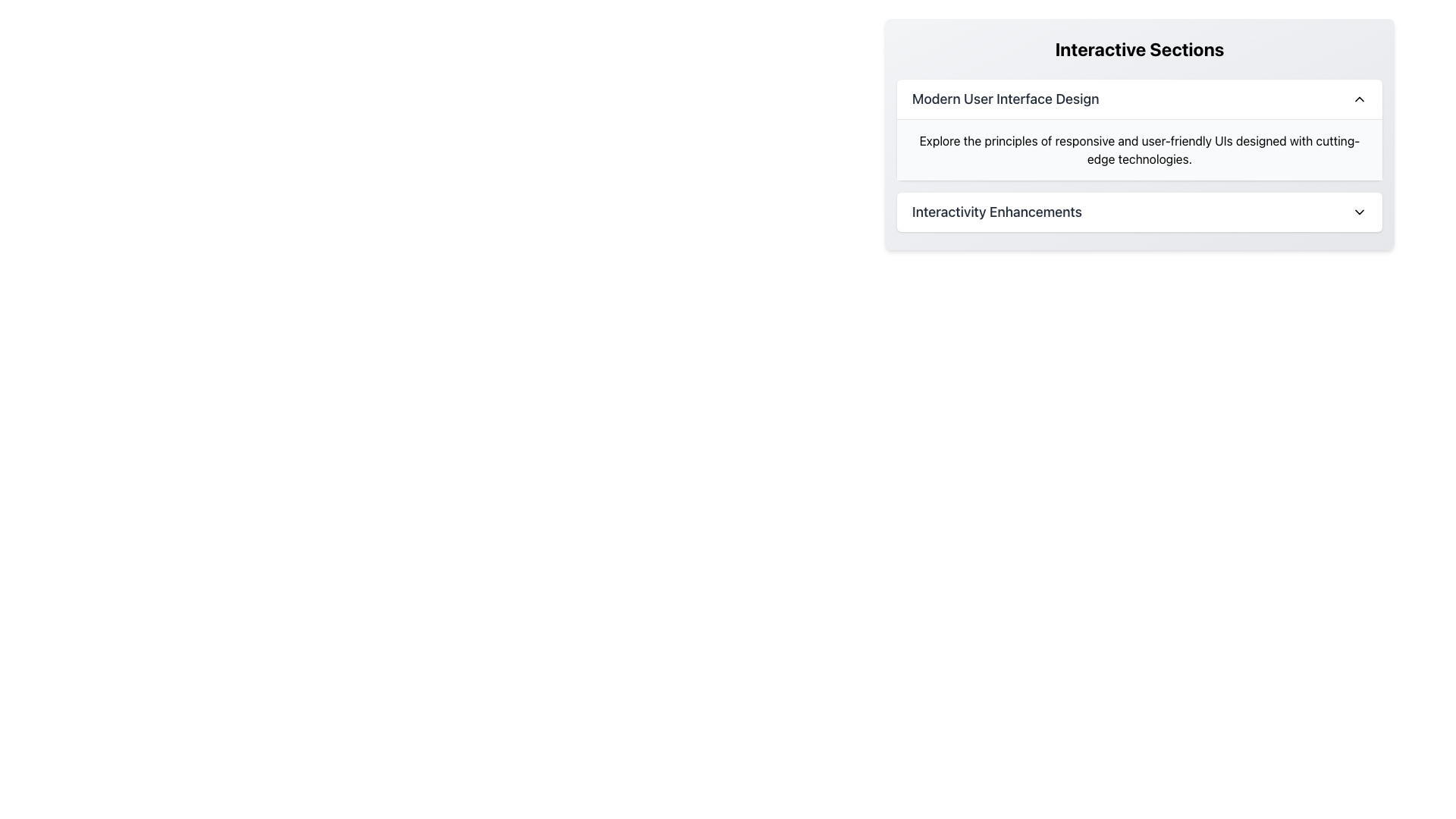 The height and width of the screenshot is (819, 1456). Describe the element at coordinates (1360, 212) in the screenshot. I see `the chevron icon located to the right of the 'Interactivity Enhancements' text` at that location.